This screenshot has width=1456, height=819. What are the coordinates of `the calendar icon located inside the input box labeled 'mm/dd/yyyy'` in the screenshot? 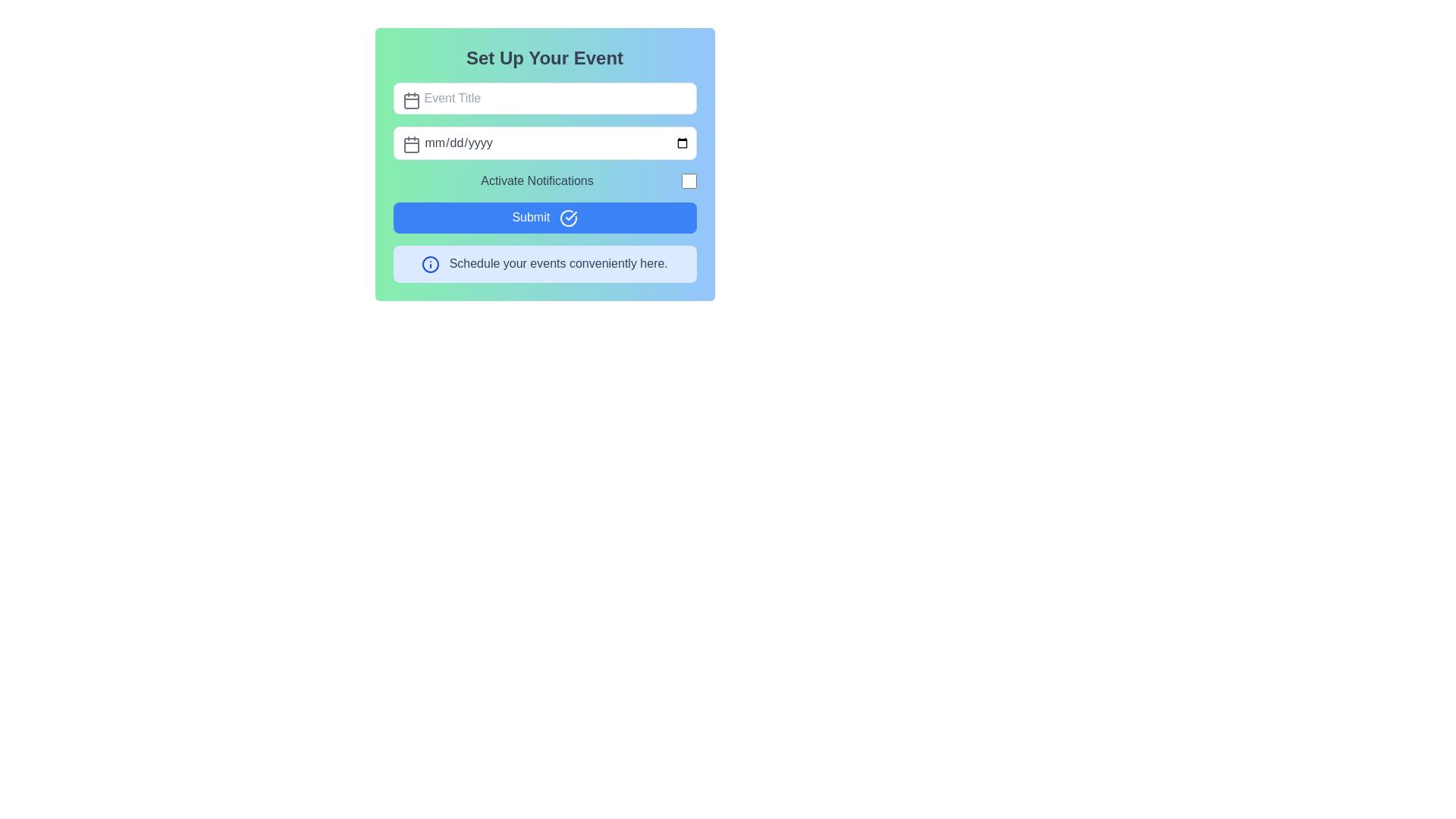 It's located at (411, 145).